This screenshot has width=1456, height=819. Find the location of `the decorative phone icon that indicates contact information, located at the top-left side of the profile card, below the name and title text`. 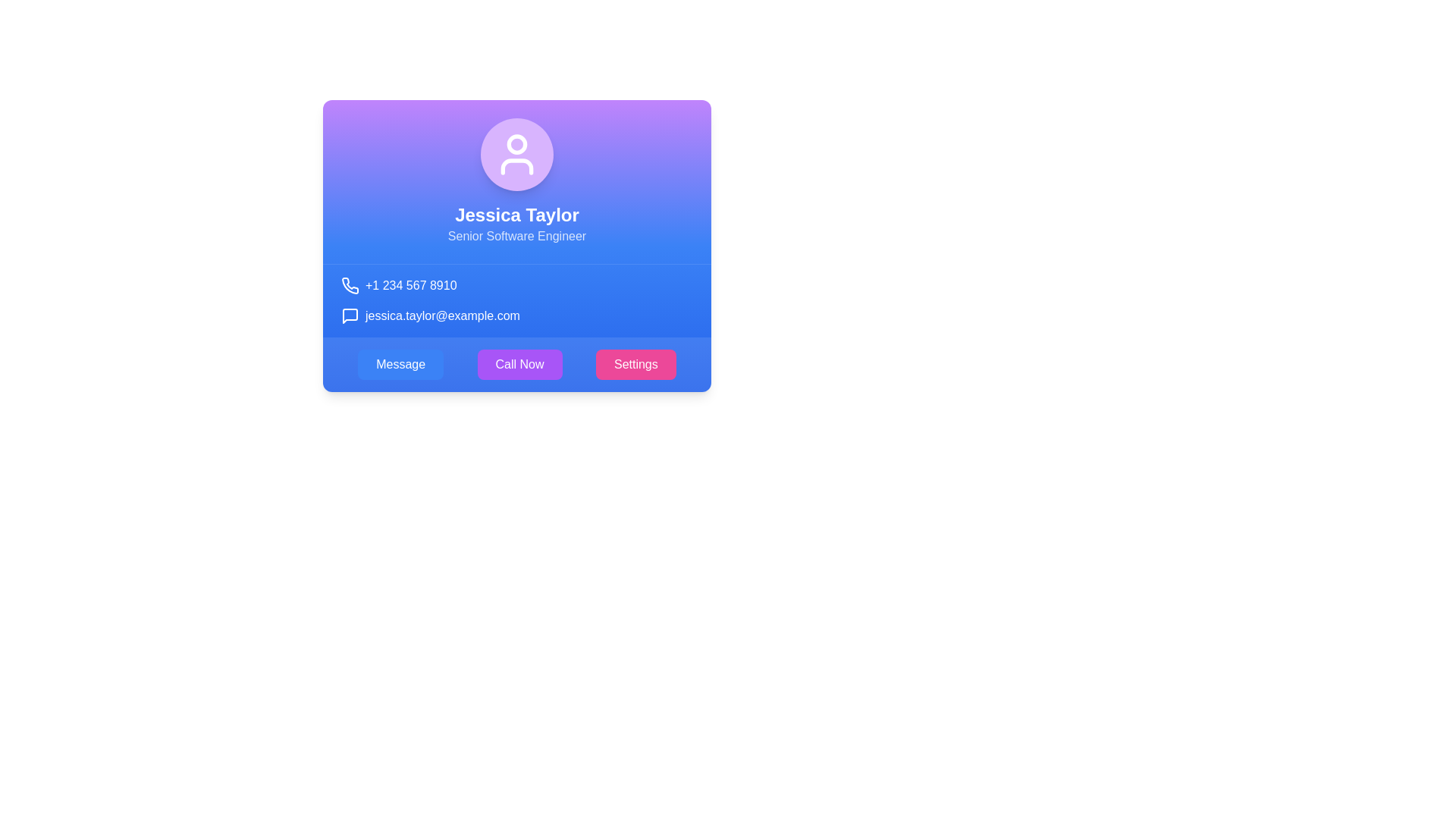

the decorative phone icon that indicates contact information, located at the top-left side of the profile card, below the name and title text is located at coordinates (349, 286).